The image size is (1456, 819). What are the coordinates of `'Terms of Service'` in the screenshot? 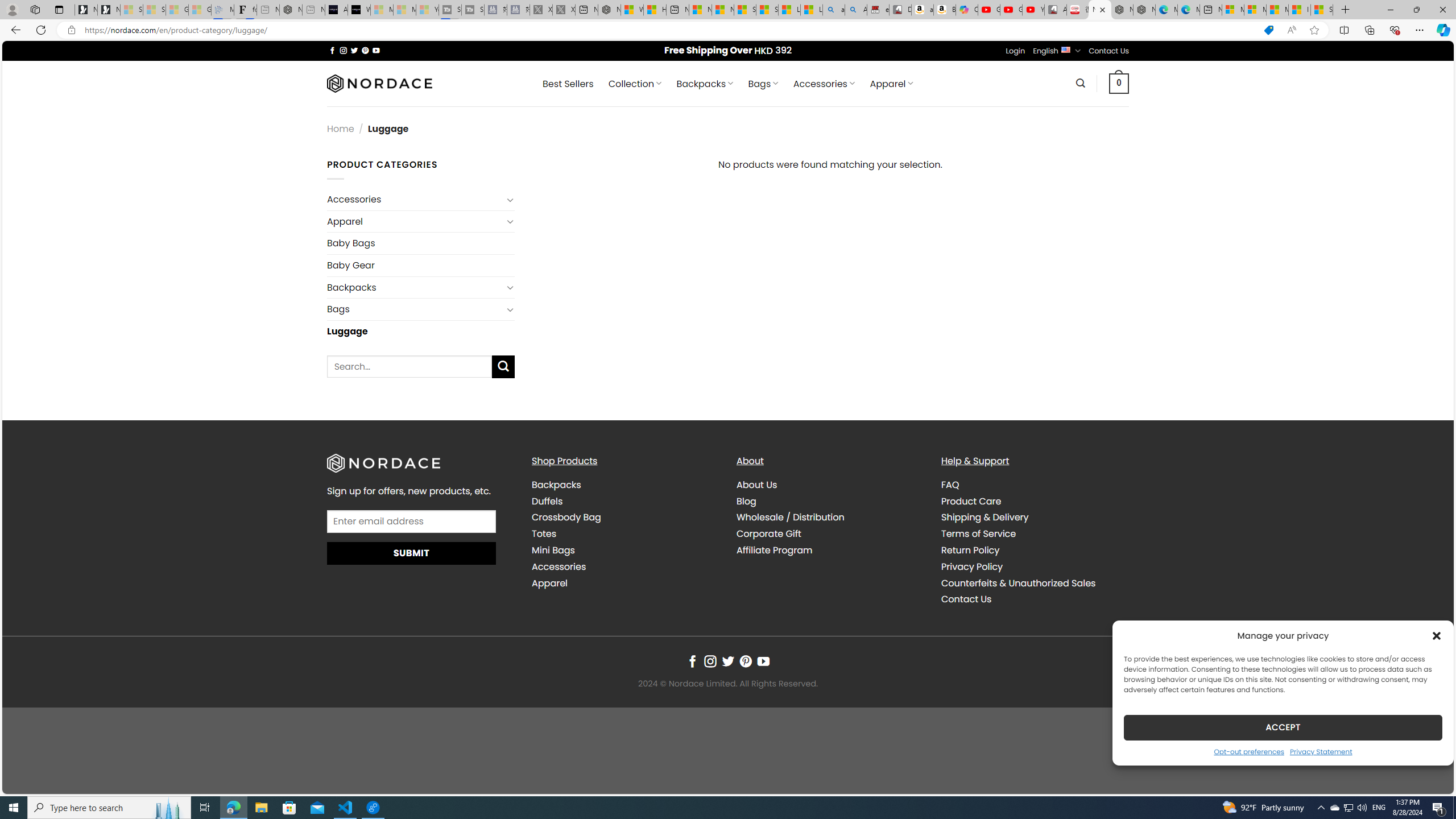 It's located at (978, 533).